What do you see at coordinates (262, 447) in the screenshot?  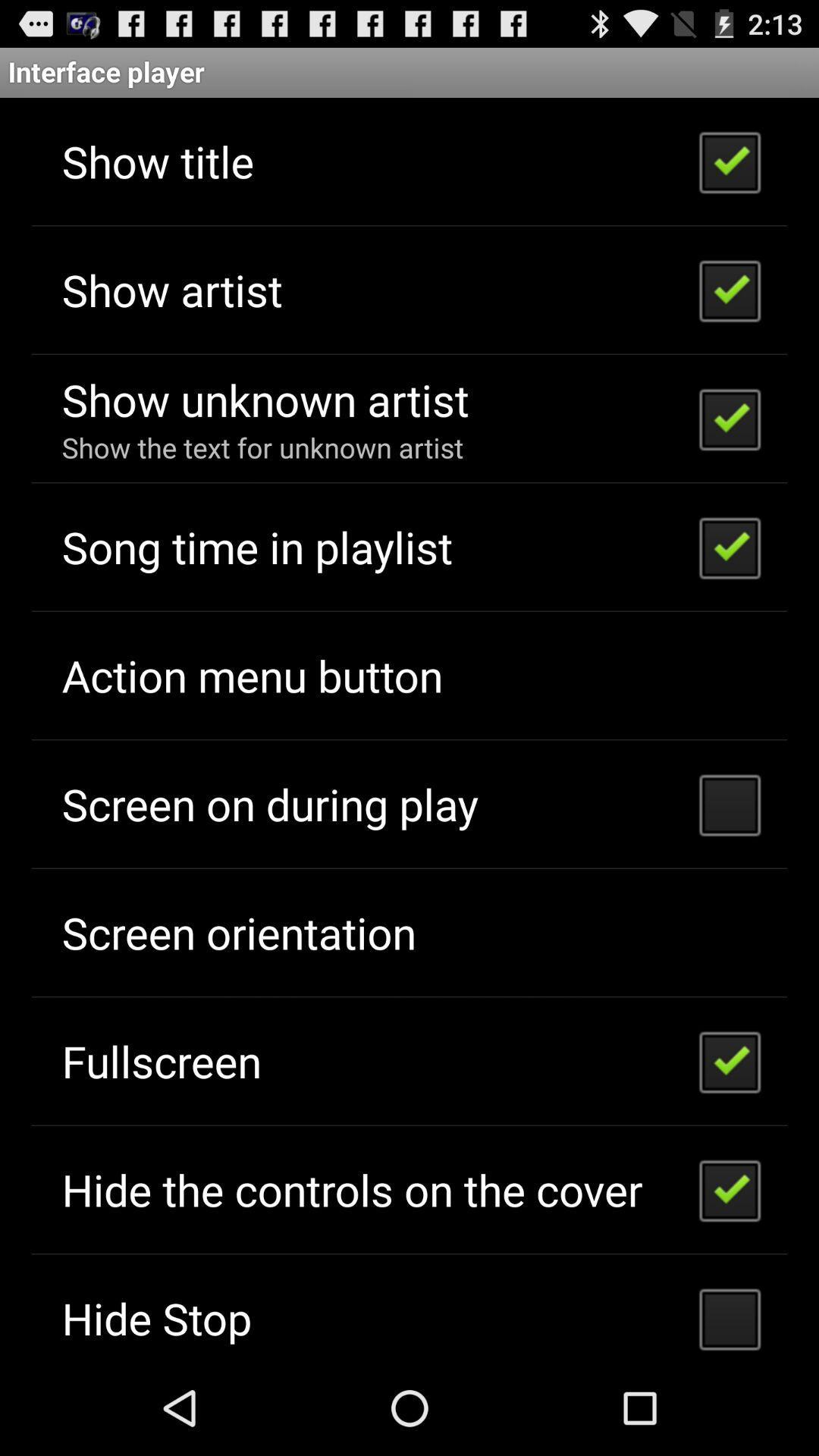 I see `the icon above song time in item` at bounding box center [262, 447].